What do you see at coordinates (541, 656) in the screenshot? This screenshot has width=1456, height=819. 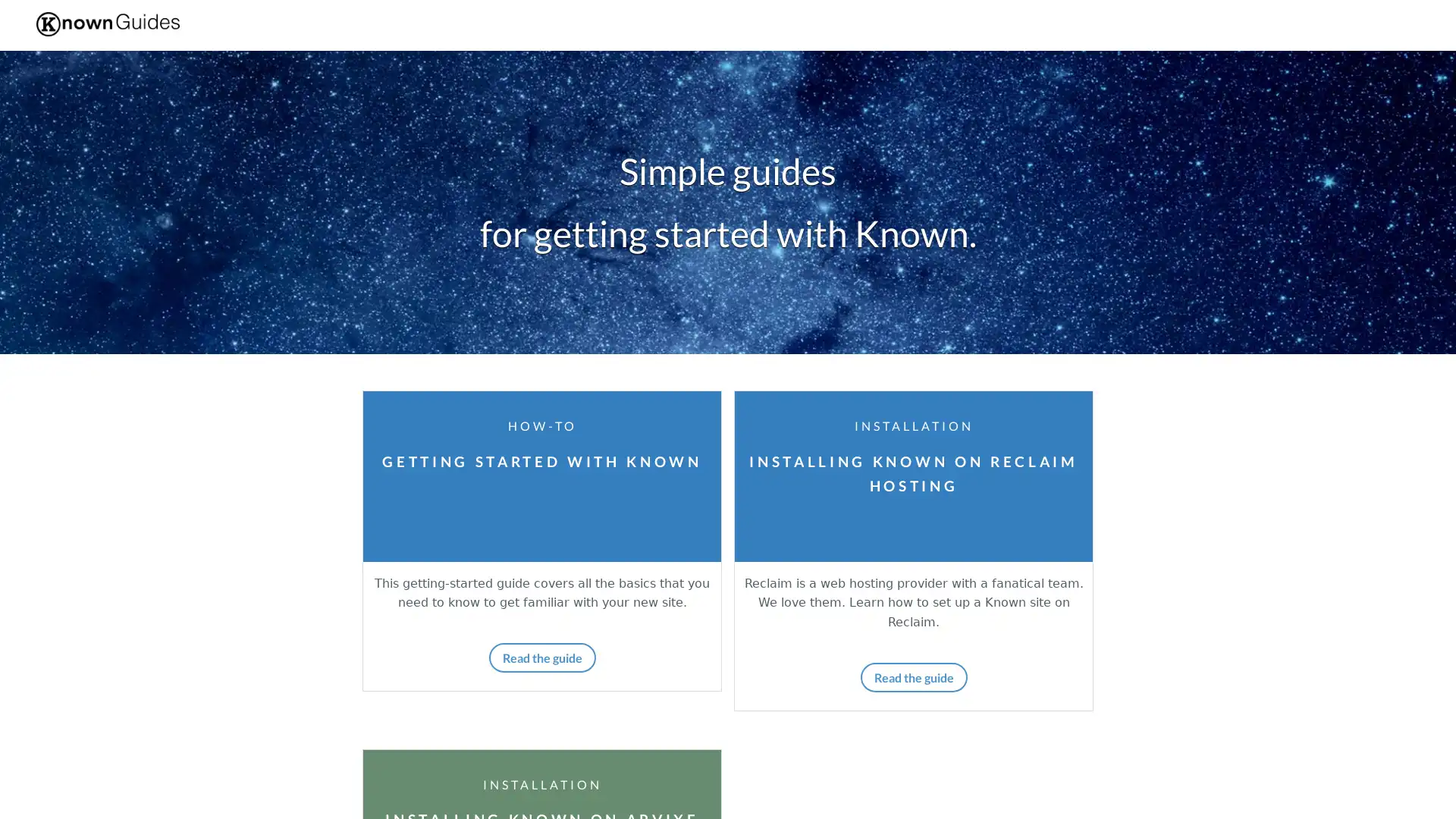 I see `Read the guide` at bounding box center [541, 656].